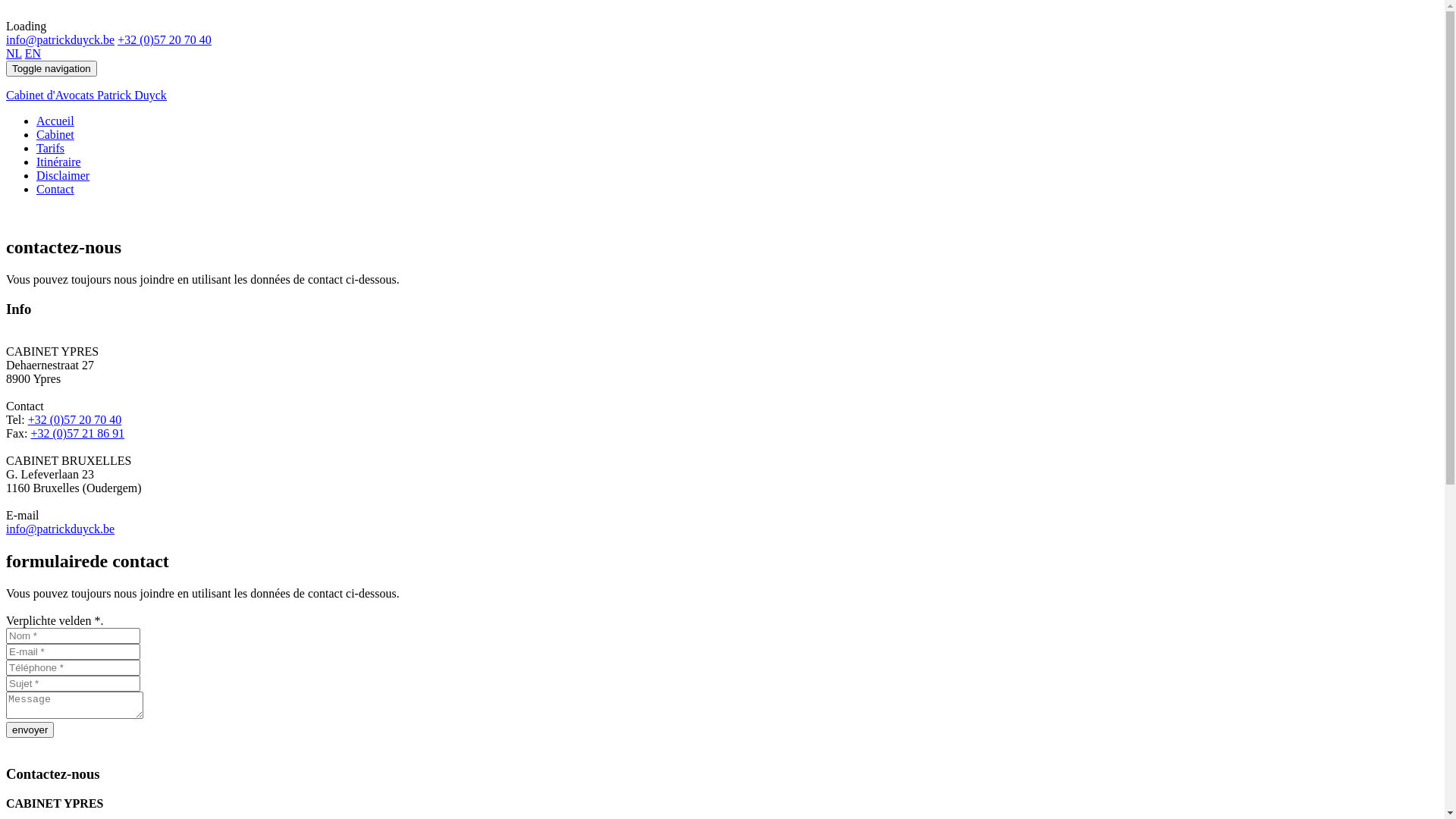 The height and width of the screenshot is (819, 1456). Describe the element at coordinates (36, 174) in the screenshot. I see `'Disclaimer'` at that location.